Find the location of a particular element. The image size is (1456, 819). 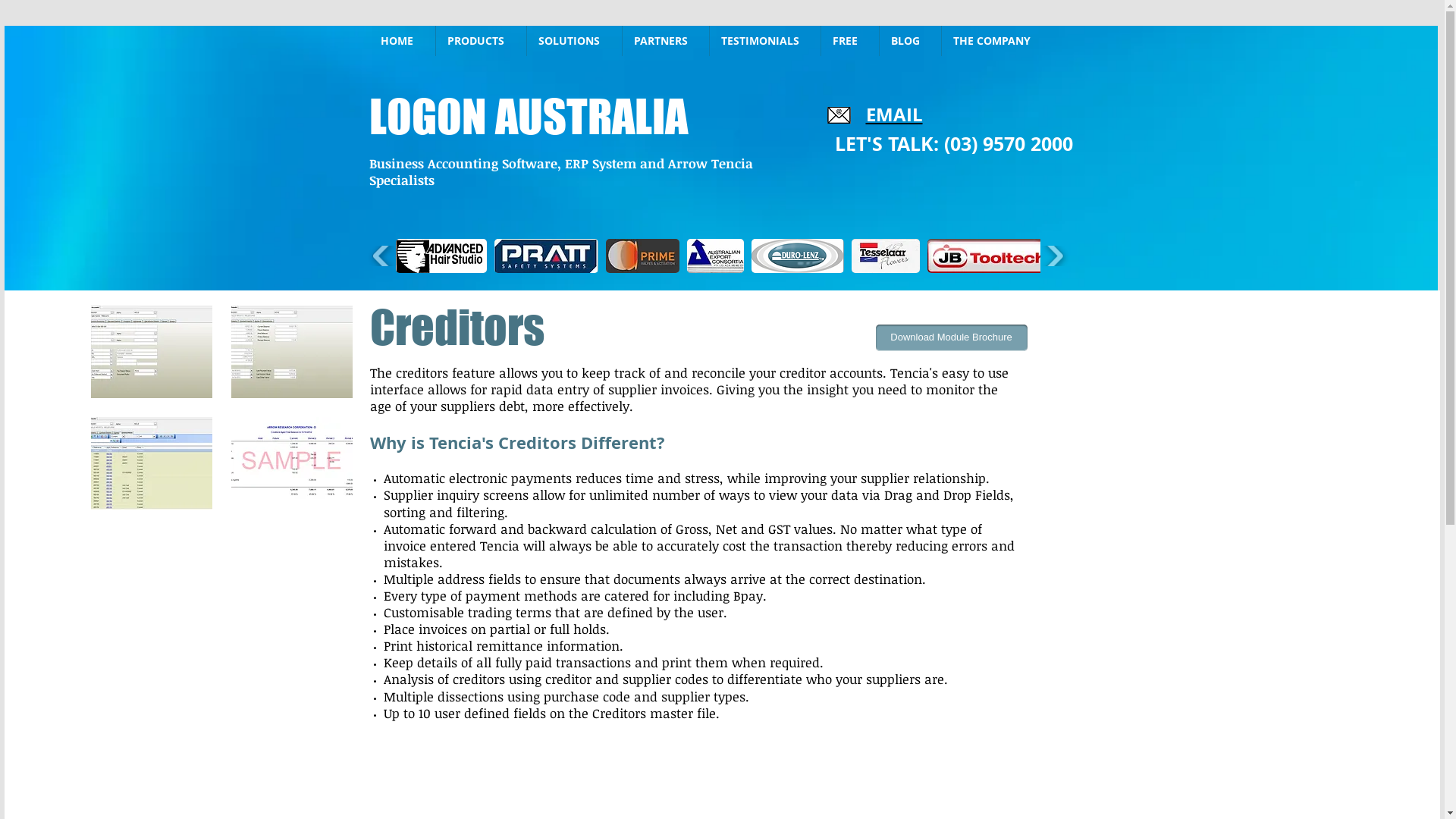

'TESTIMONIALS' is located at coordinates (709, 40).